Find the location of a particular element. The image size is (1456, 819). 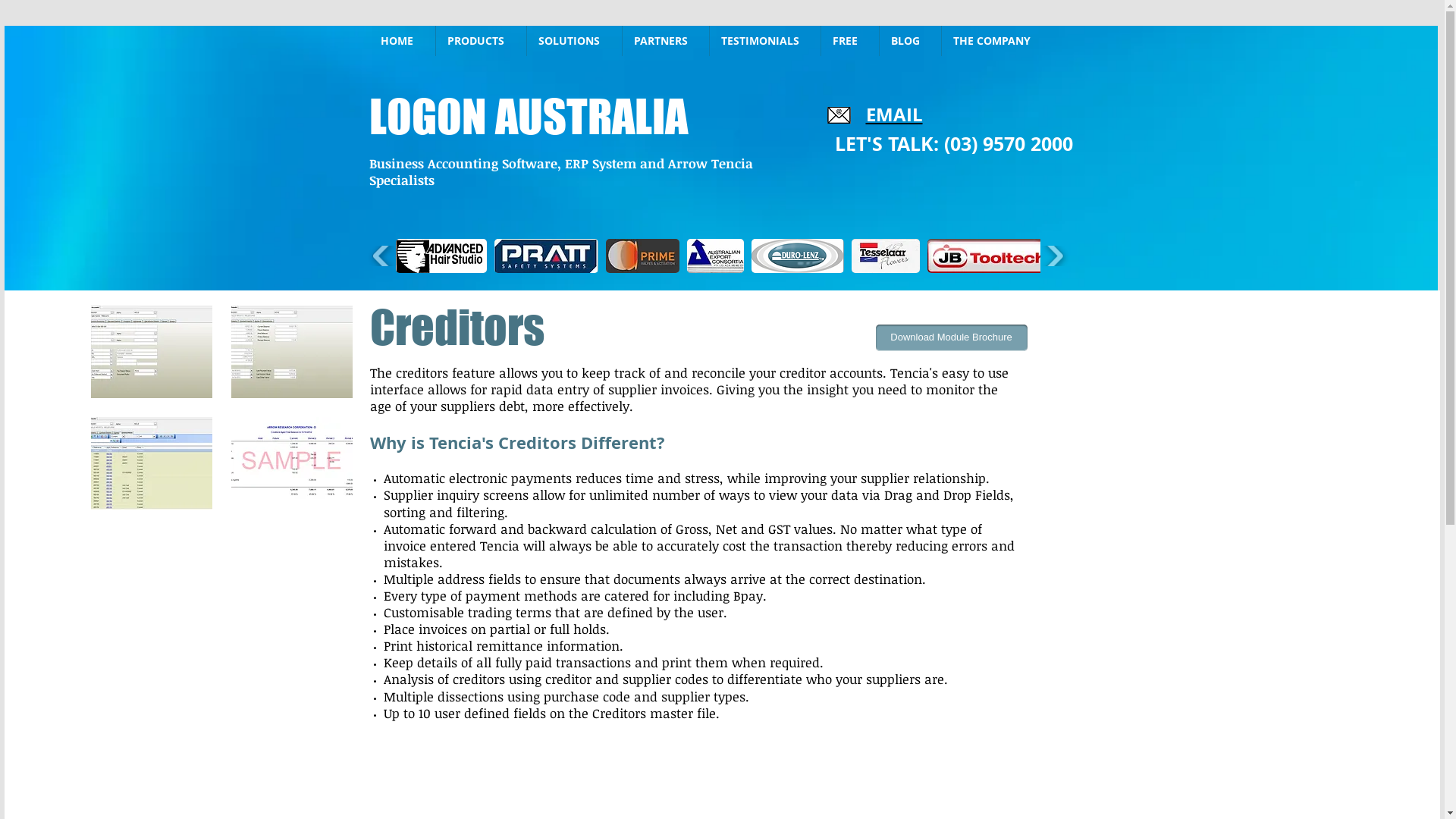

'TESTIMONIALS' is located at coordinates (709, 40).